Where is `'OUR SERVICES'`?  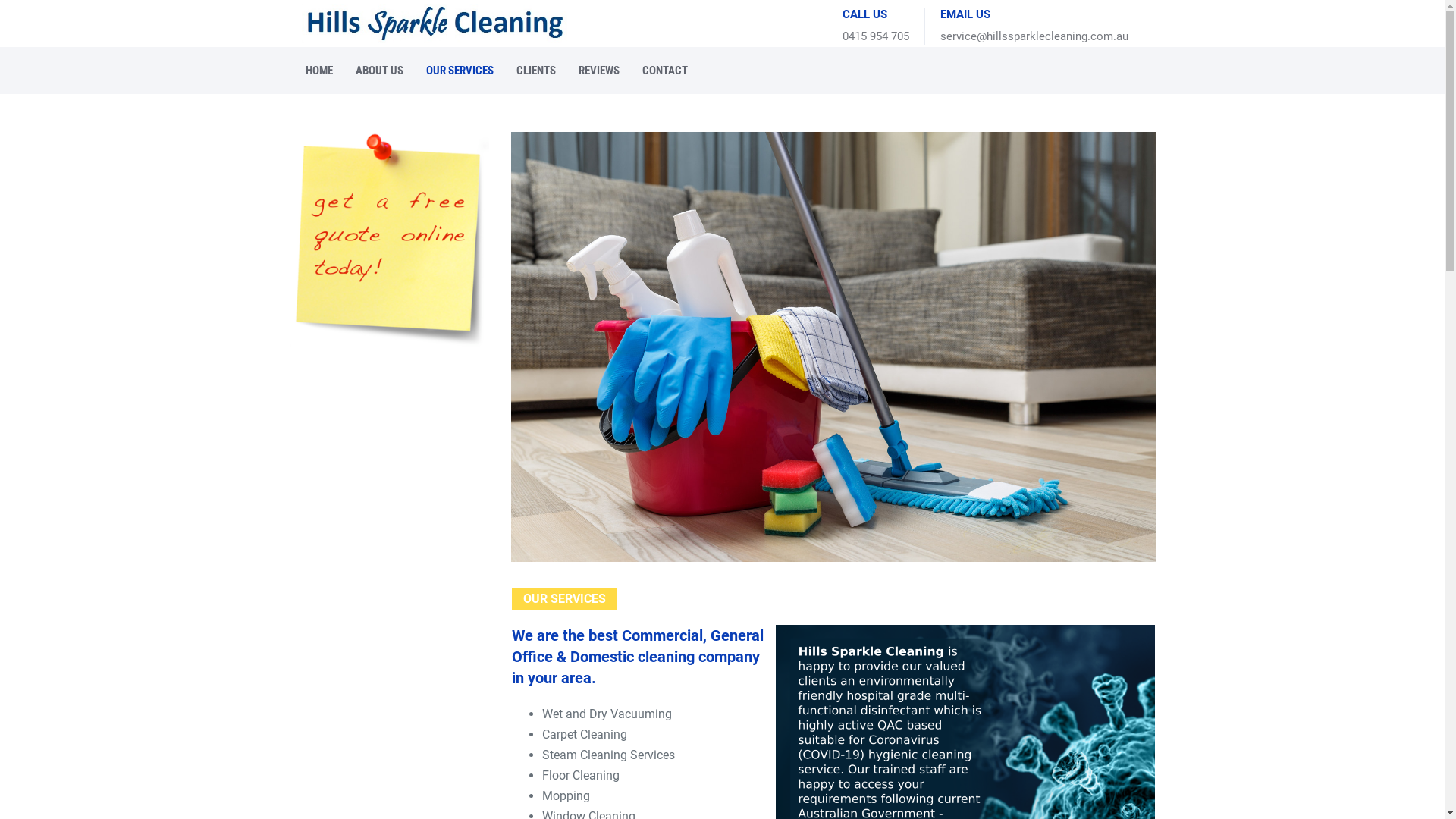 'OUR SERVICES' is located at coordinates (422, 70).